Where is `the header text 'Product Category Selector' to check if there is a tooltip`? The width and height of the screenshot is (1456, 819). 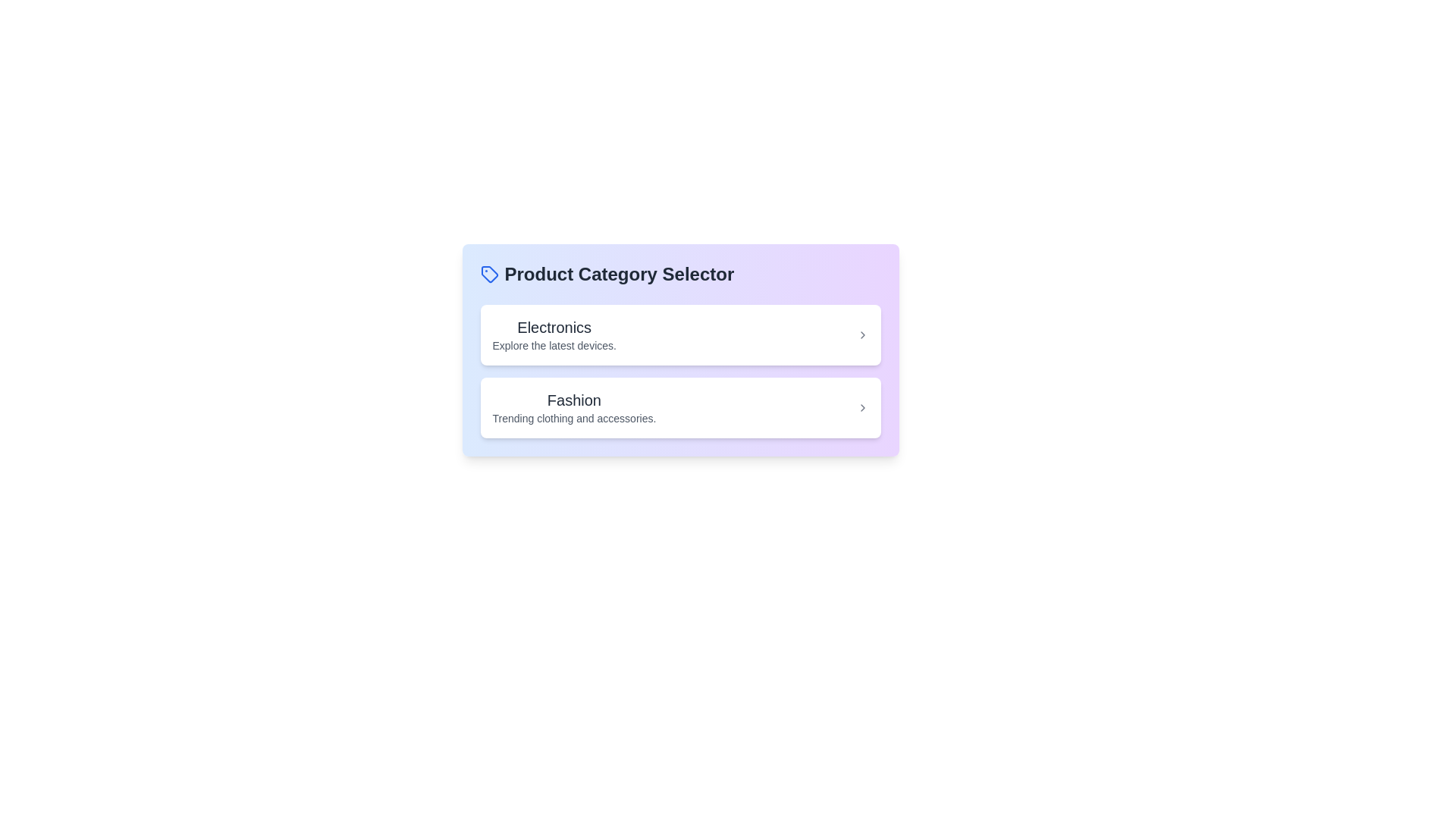
the header text 'Product Category Selector' to check if there is a tooltip is located at coordinates (619, 275).